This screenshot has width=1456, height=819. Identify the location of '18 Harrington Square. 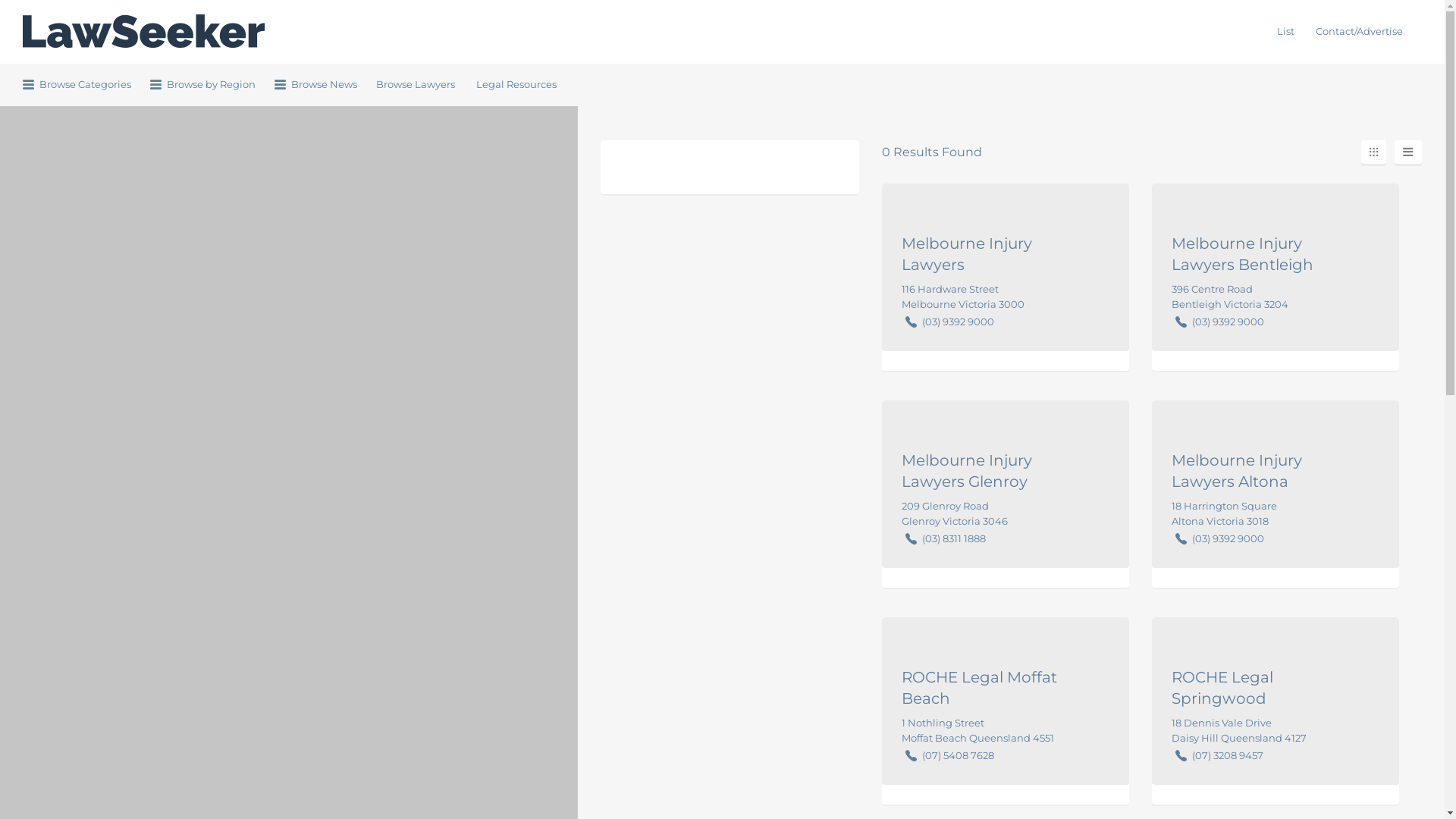
(1224, 512).